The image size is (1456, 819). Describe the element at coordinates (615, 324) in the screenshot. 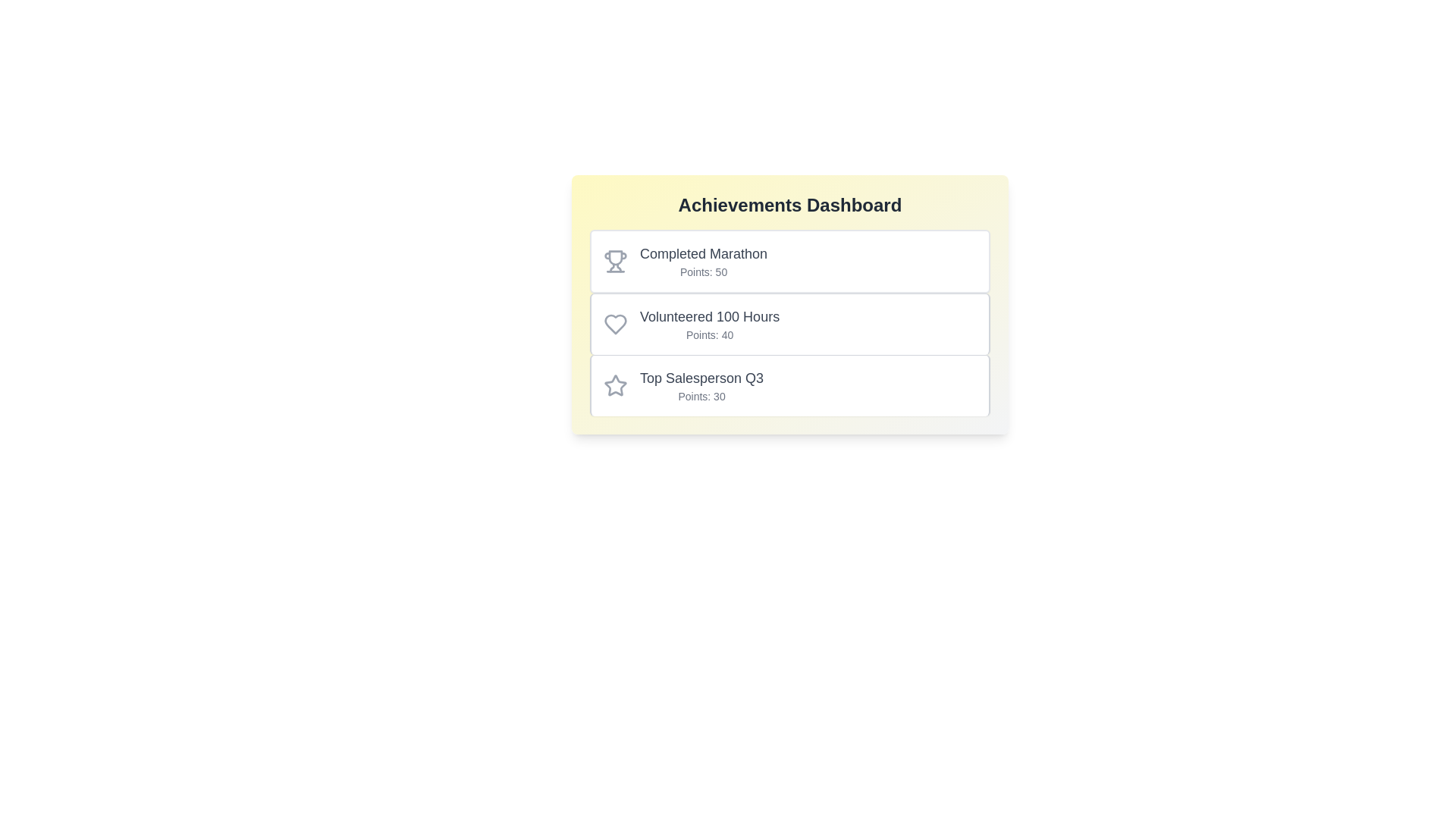

I see `the icon associated with the achievement Volunteered 100 Hours` at that location.